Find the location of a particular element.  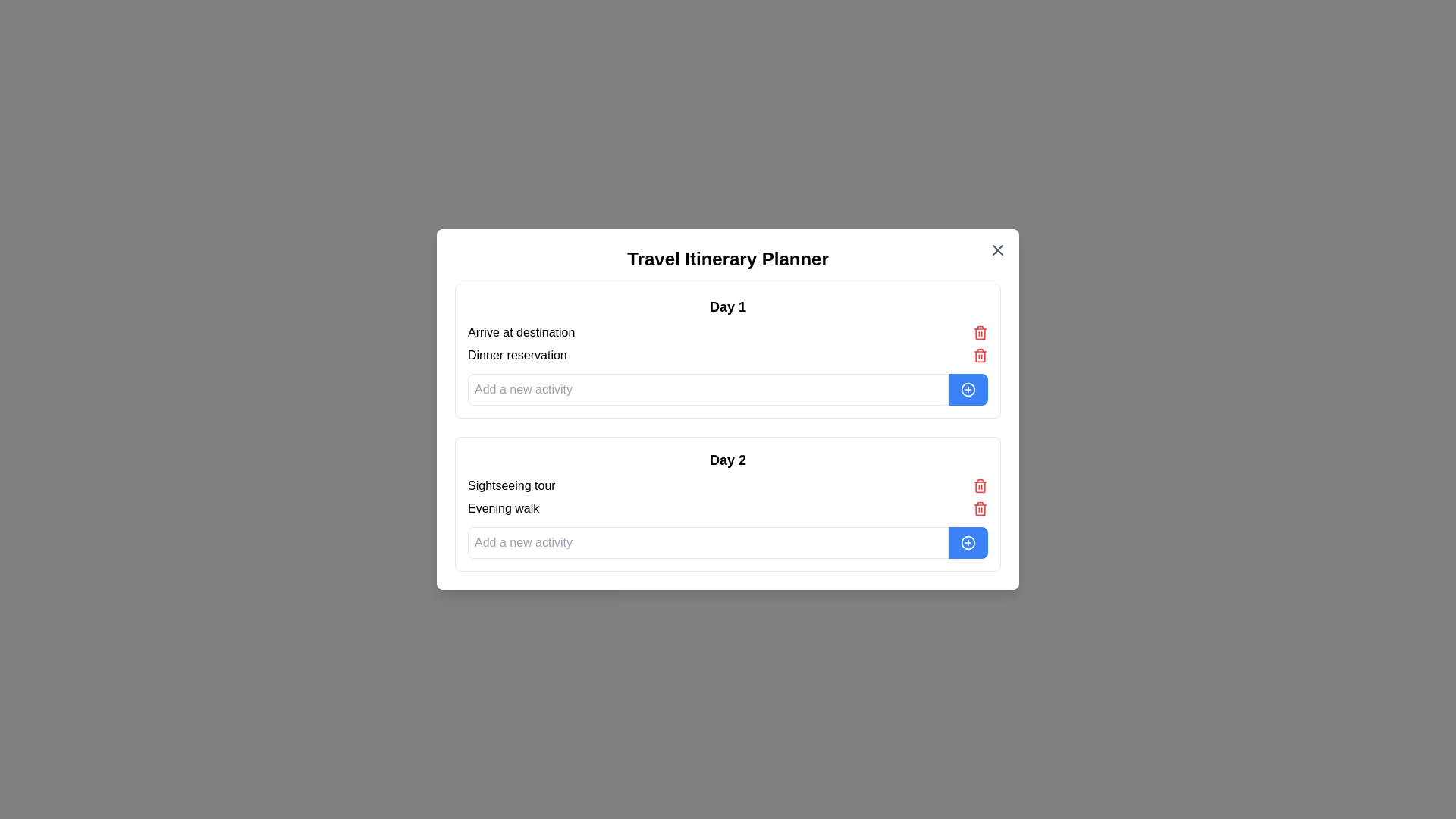

the red trash bin icon button located to the right of the text 'Arrive at destination' in the travel itinerary planner interface is located at coordinates (980, 332).